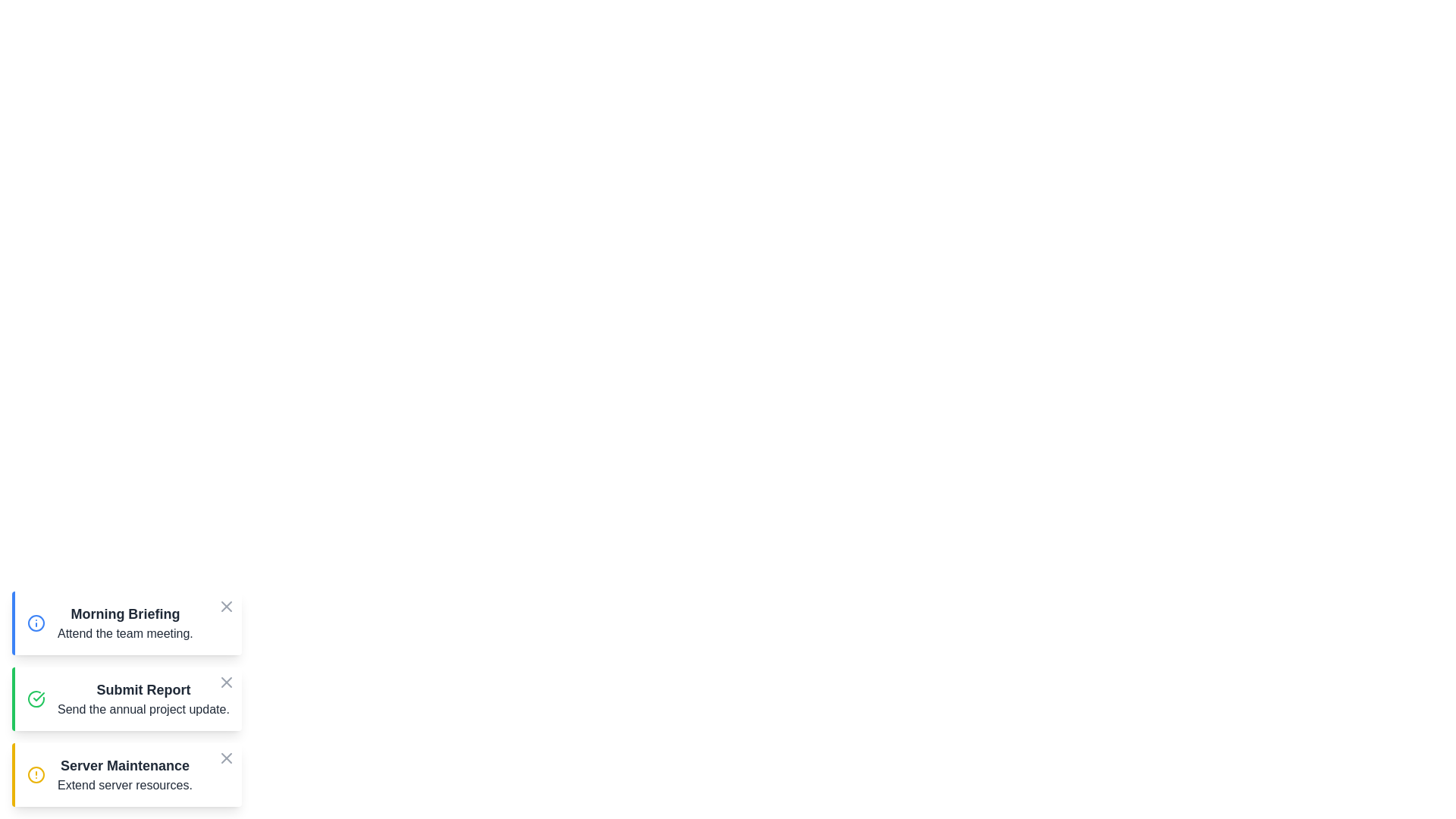 Image resolution: width=1456 pixels, height=819 pixels. Describe the element at coordinates (225, 681) in the screenshot. I see `the Close button located at the top-right corner of the 'Submit Report' card` at that location.